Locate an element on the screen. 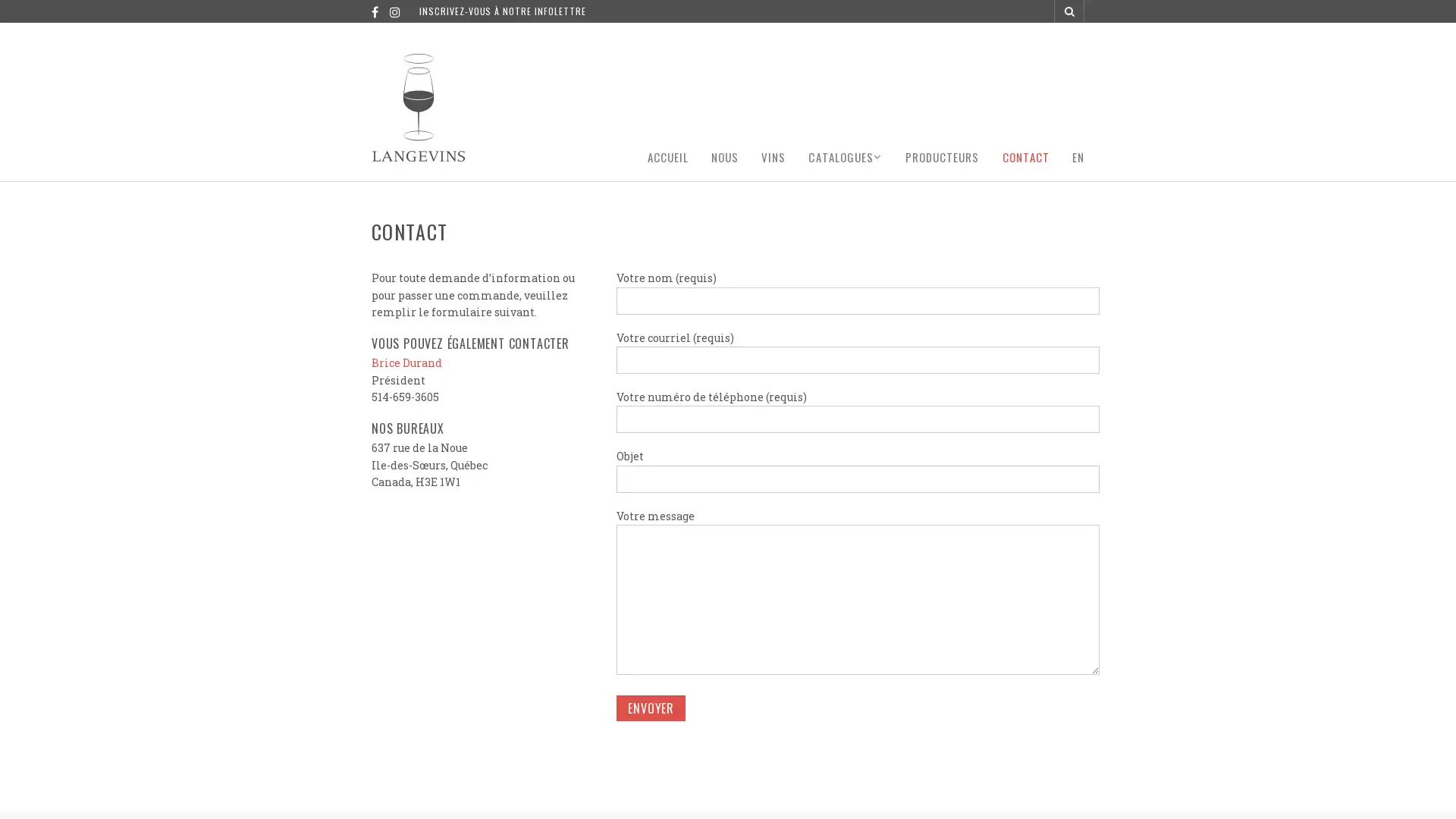  Envoyer is located at coordinates (651, 708).